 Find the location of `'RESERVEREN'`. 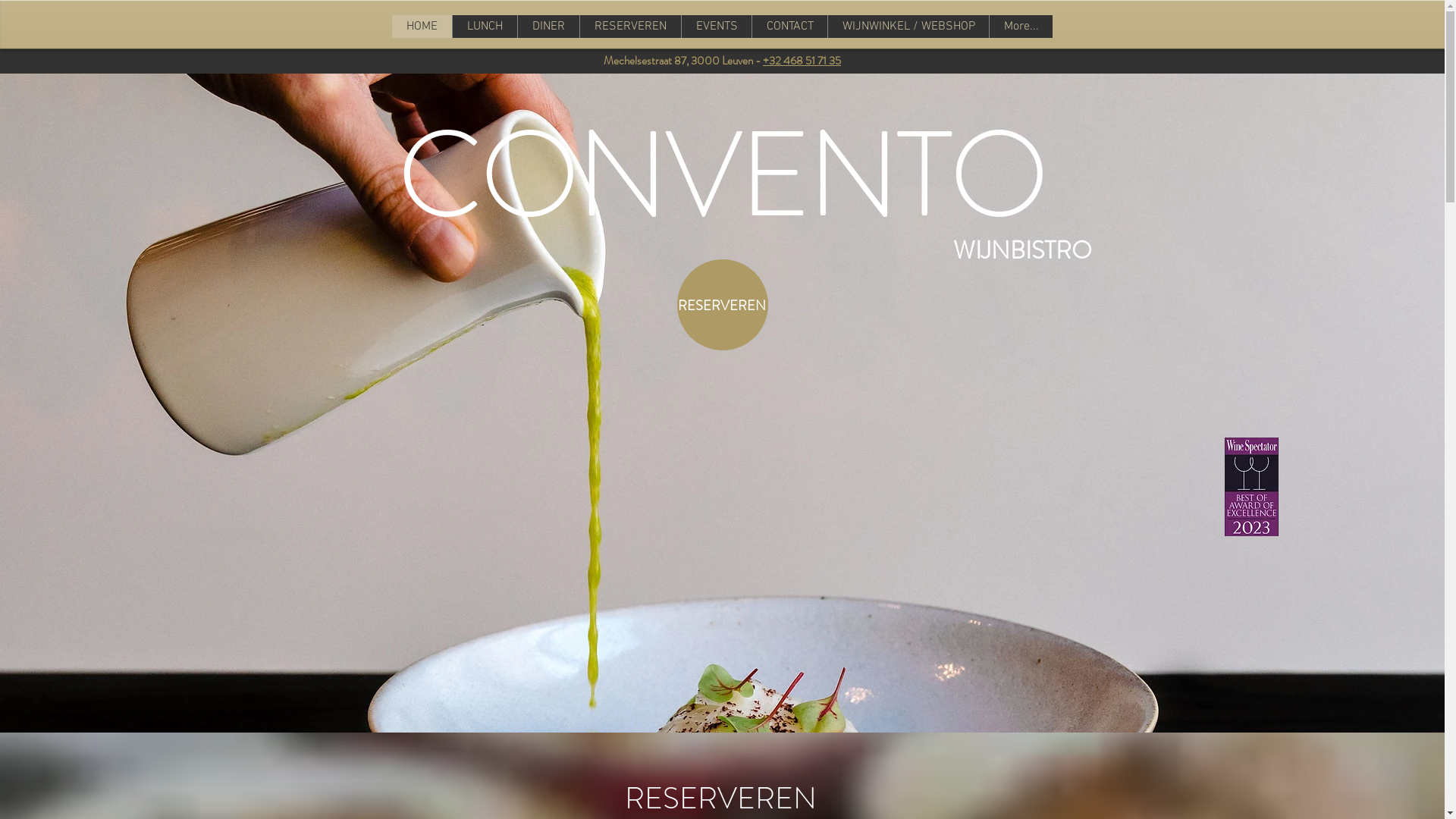

'RESERVEREN' is located at coordinates (644, 26).